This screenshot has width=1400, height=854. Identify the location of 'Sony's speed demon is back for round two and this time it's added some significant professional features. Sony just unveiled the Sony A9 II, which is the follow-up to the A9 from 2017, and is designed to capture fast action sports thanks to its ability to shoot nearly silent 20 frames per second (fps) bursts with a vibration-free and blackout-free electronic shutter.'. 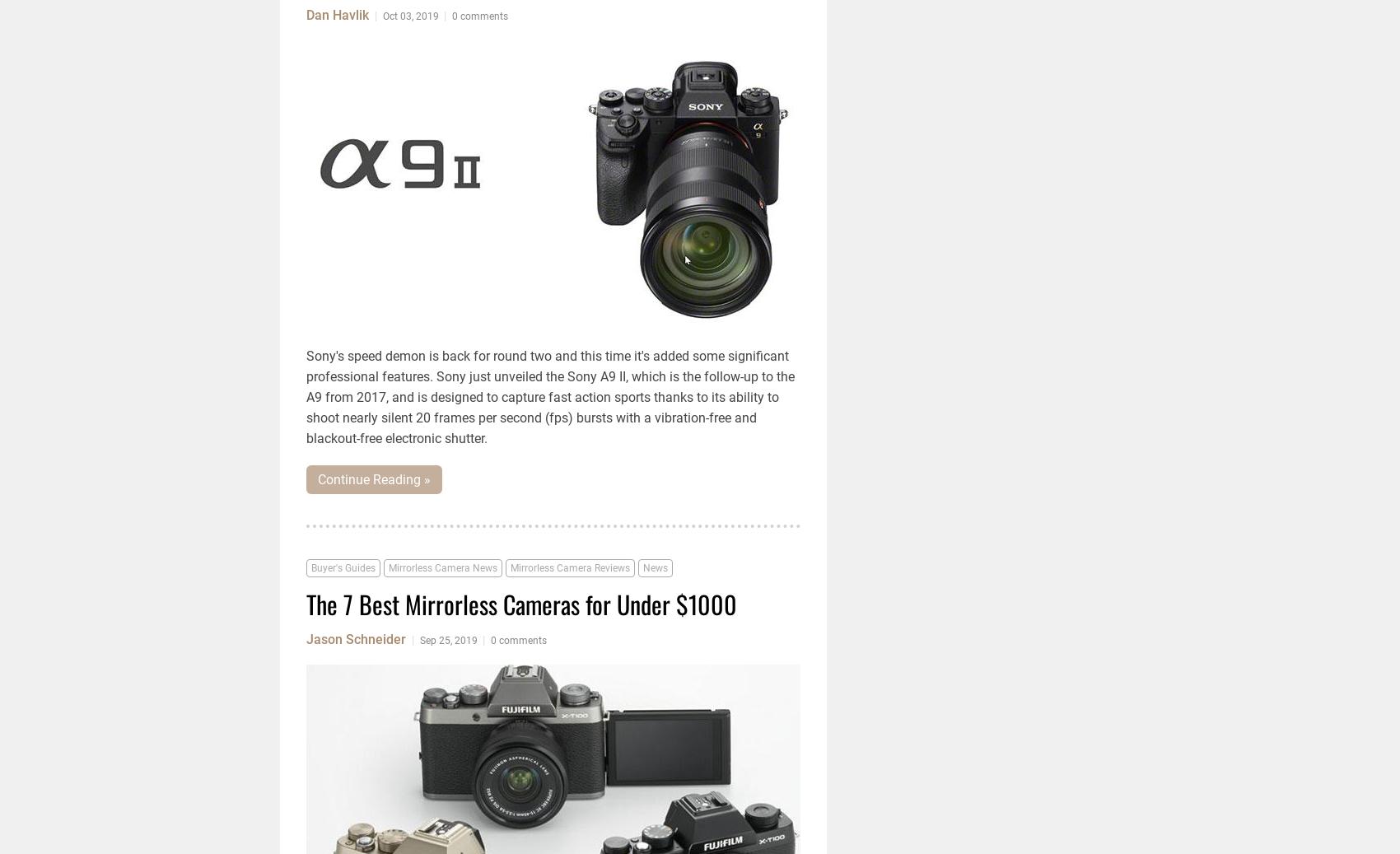
(550, 396).